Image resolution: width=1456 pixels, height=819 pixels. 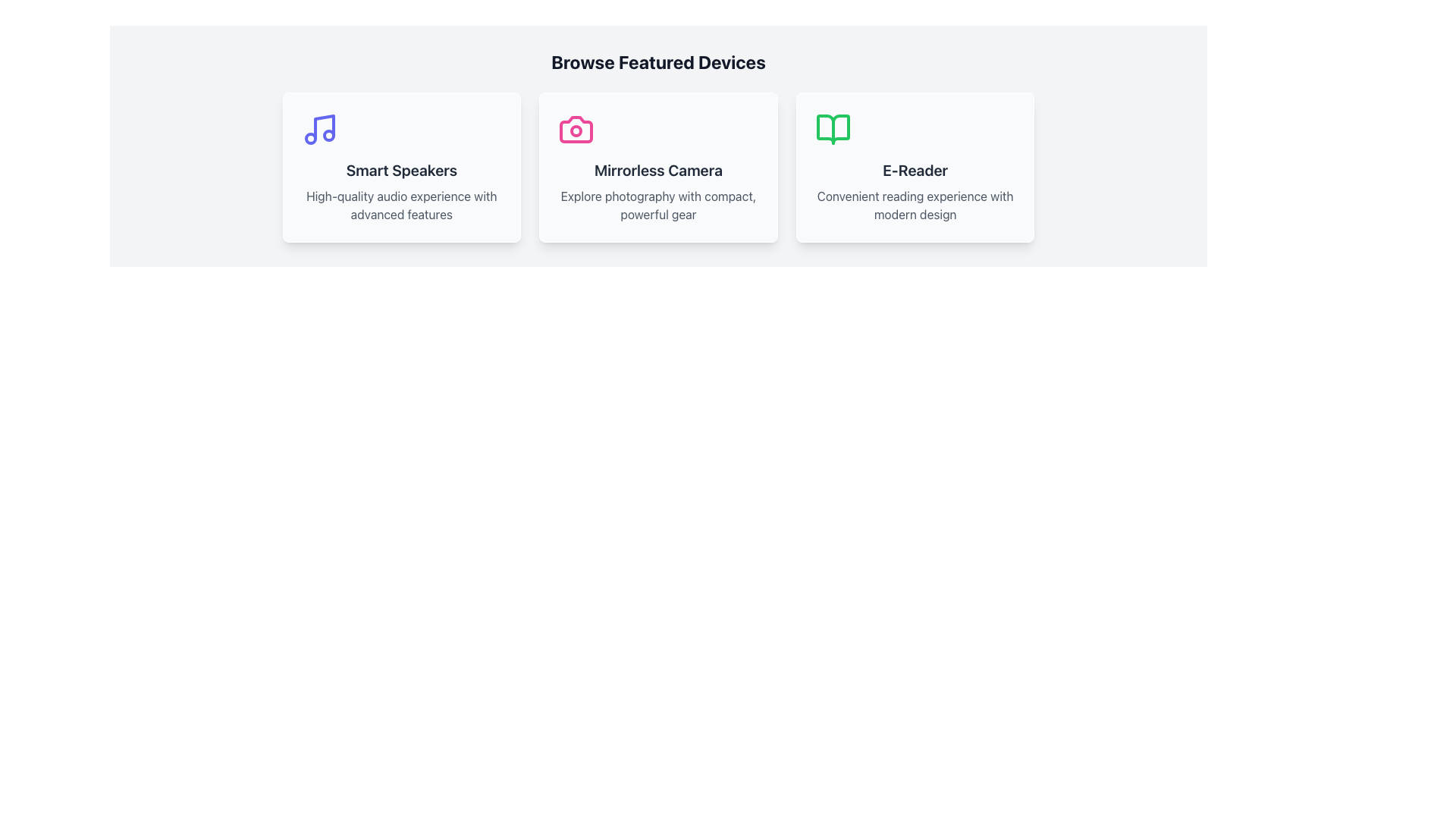 What do you see at coordinates (832, 128) in the screenshot?
I see `the e-reading icon located in the 'E-Reader' card, which is the second card from the right under 'Browse Featured Devices'` at bounding box center [832, 128].